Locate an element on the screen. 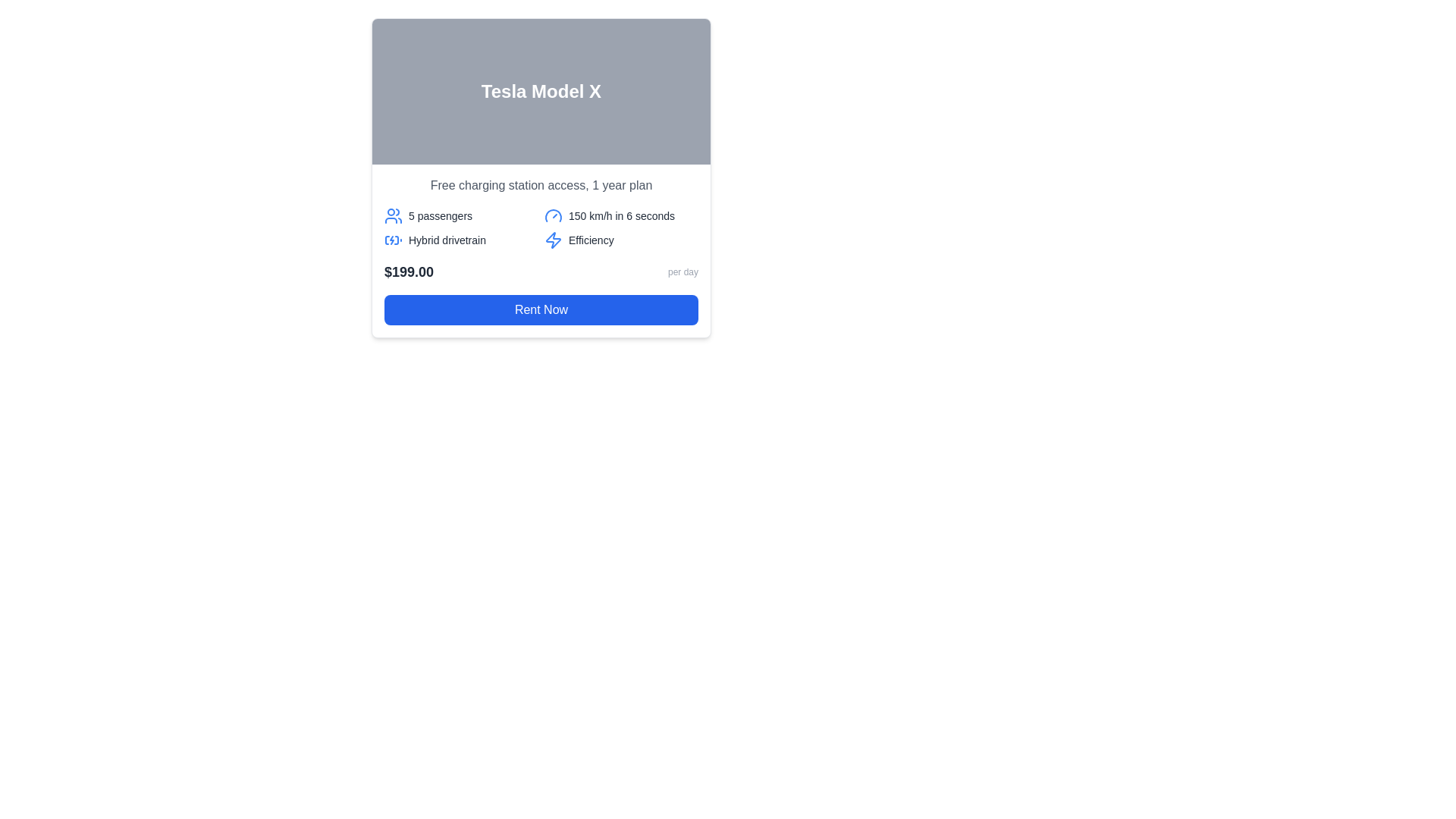 This screenshot has height=819, width=1456. the hybrid drivetrain icon located in the left section of the second row of content blocks below the heading 'Tesla Model X' is located at coordinates (393, 239).